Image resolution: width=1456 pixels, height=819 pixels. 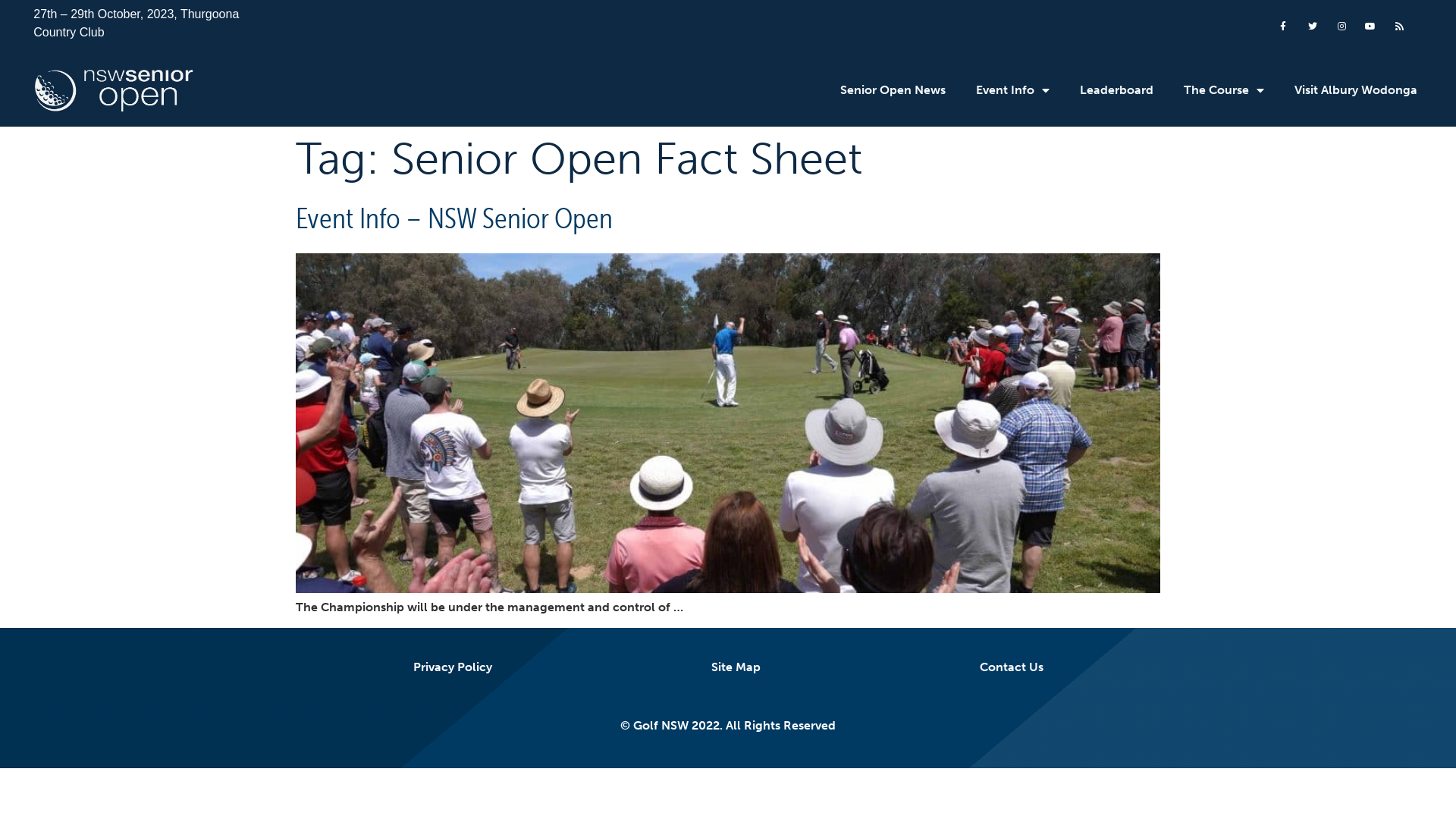 I want to click on 'Visit Albury Wodonga', so click(x=1356, y=90).